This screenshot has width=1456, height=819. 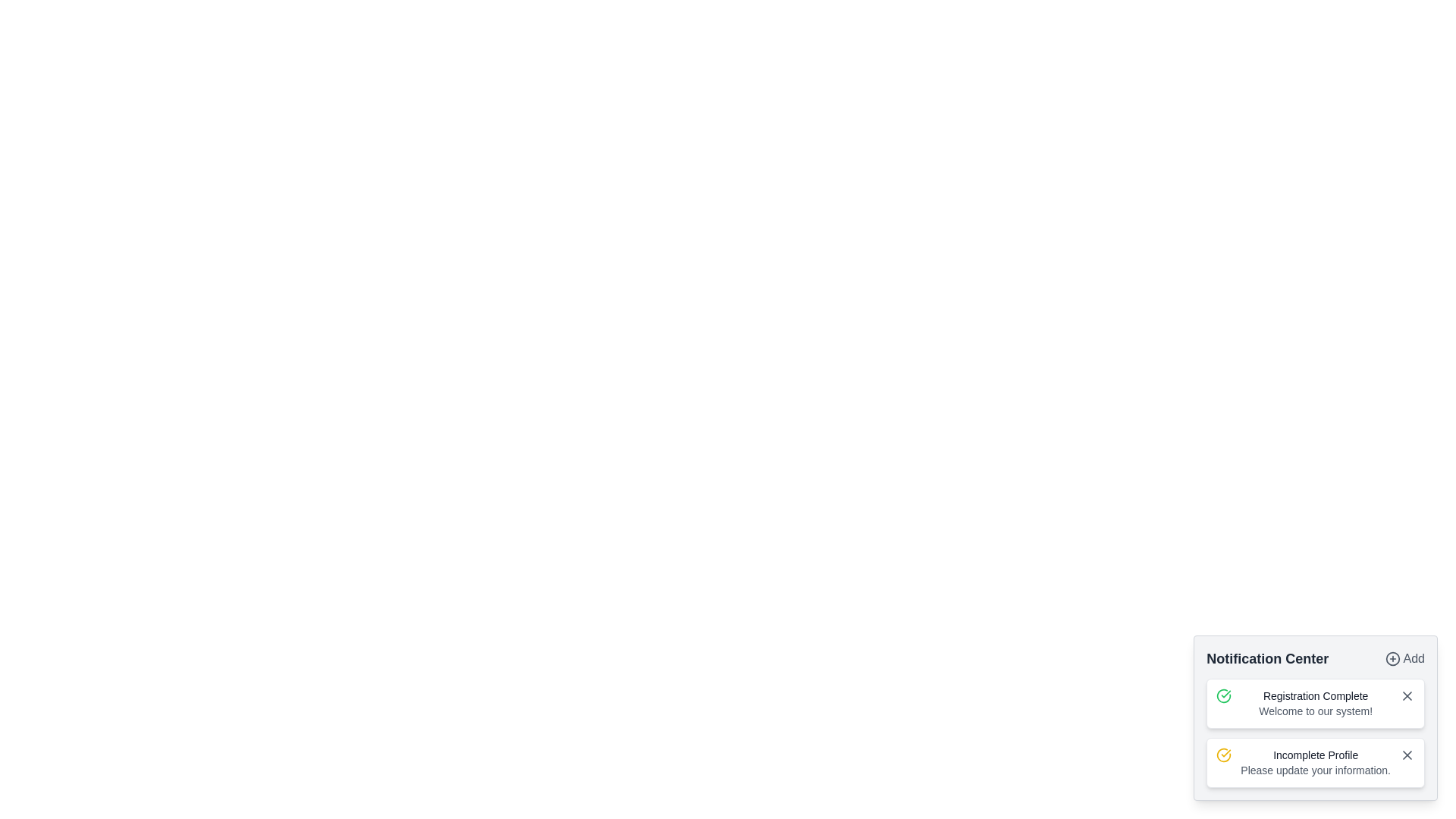 What do you see at coordinates (1315, 763) in the screenshot?
I see `the 'Incomplete Profile' notification panel which contains a yellow checkmark icon and prompts to update information` at bounding box center [1315, 763].